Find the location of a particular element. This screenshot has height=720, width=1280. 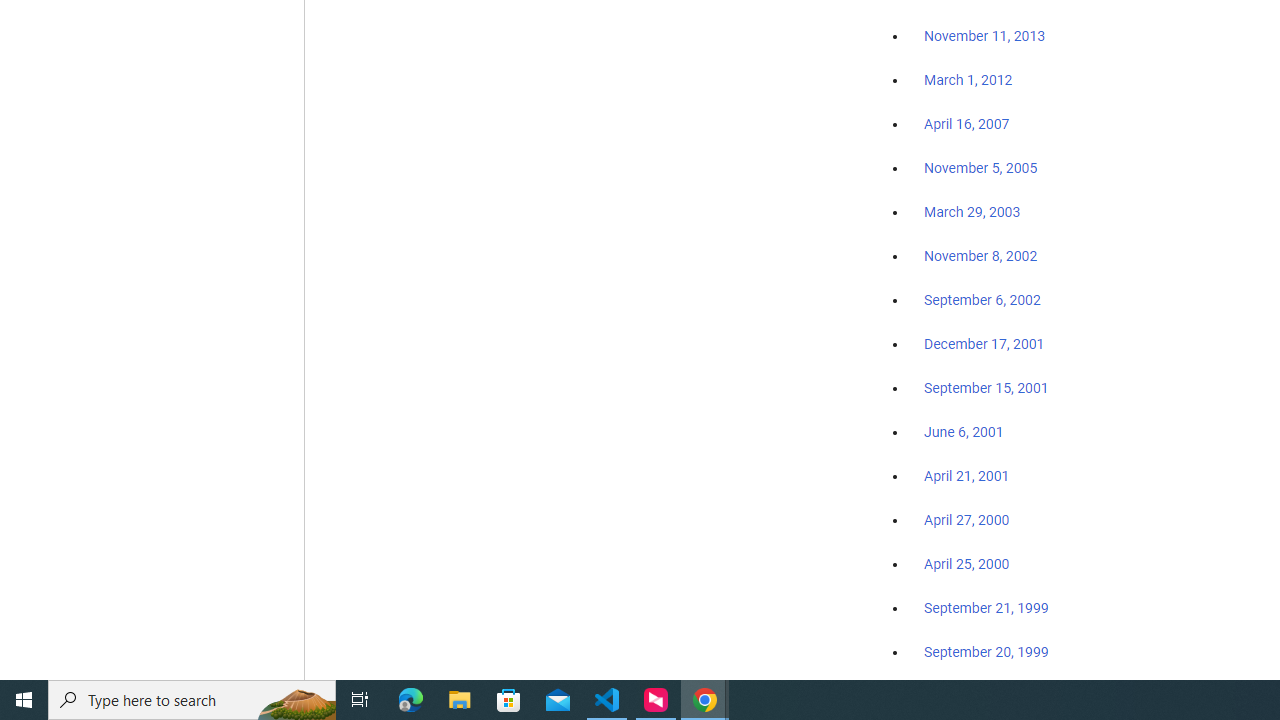

'April 25, 2000' is located at coordinates (967, 564).